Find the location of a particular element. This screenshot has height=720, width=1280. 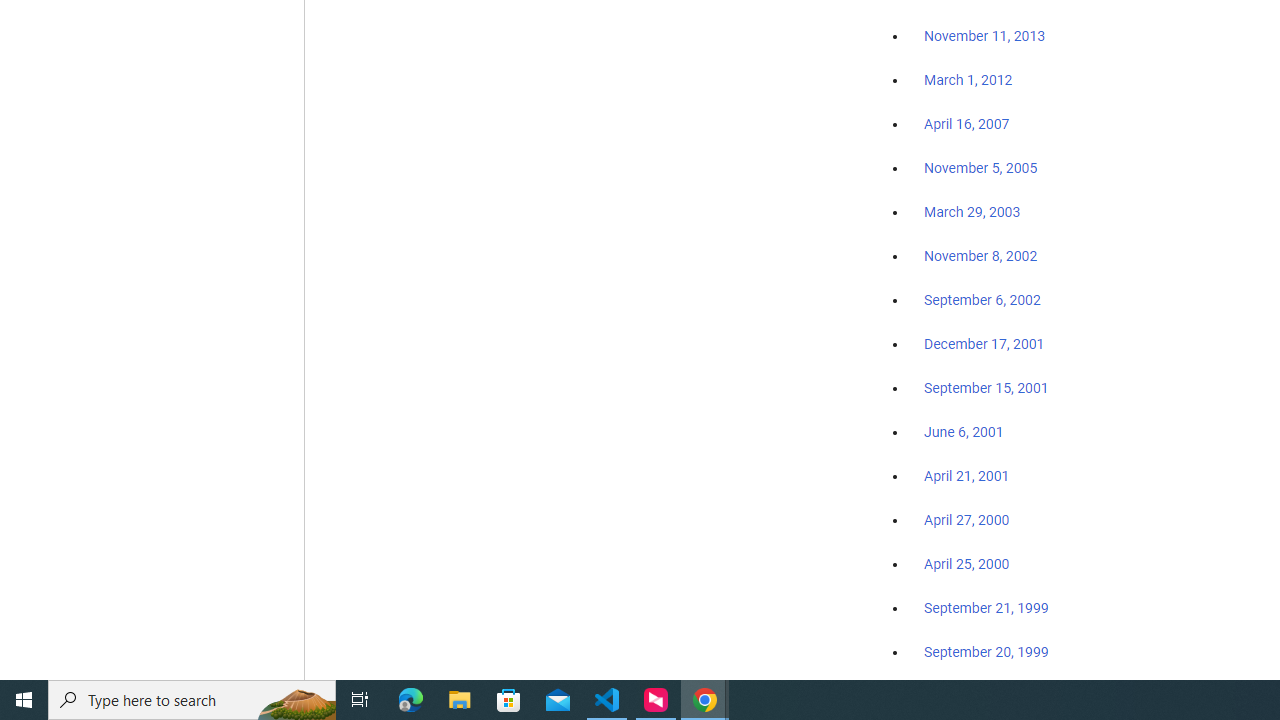

'April 25, 2000' is located at coordinates (967, 564).